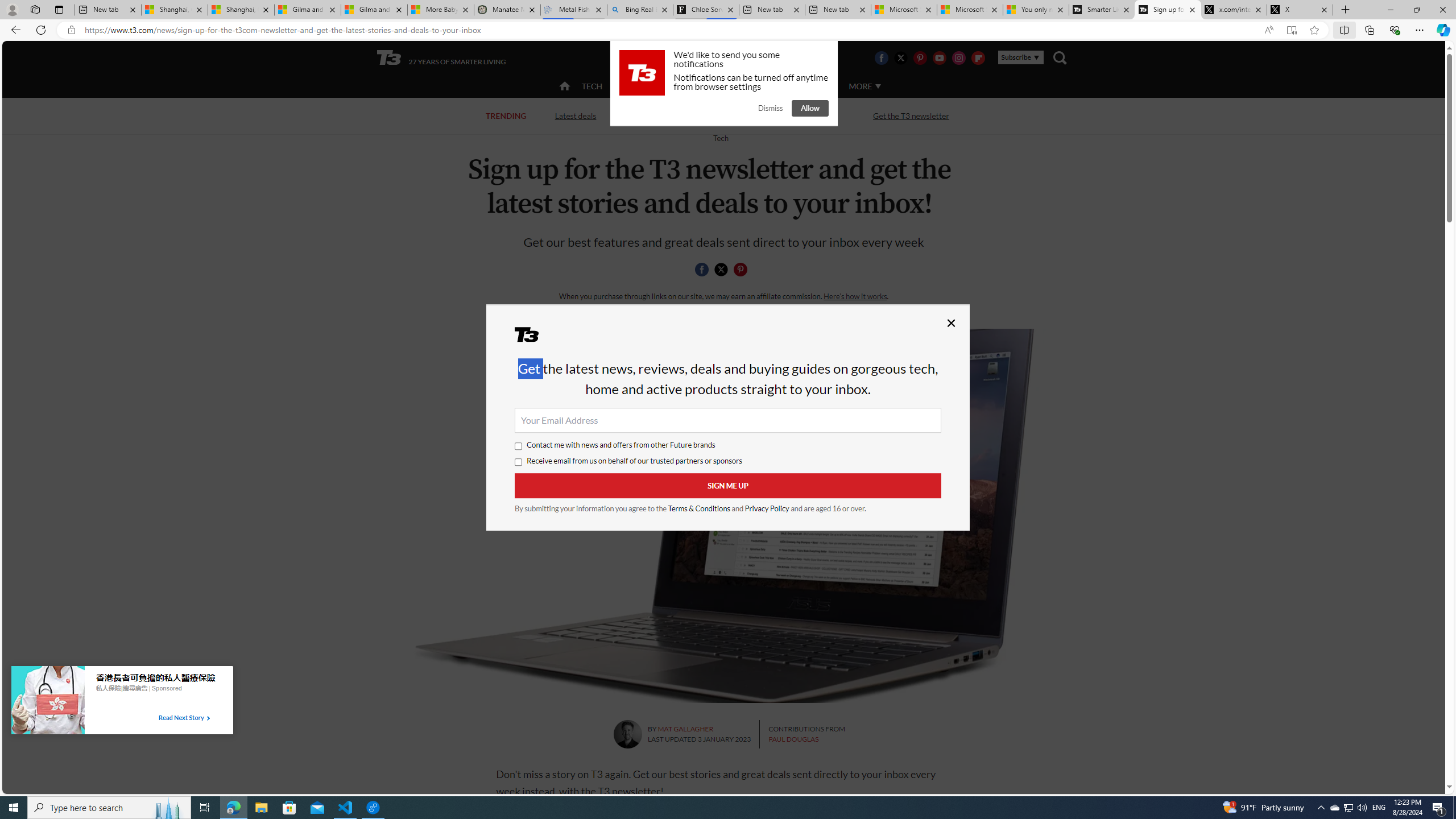 The image size is (1456, 819). Describe the element at coordinates (1291, 30) in the screenshot. I see `'Enter Immersive Reader (F9)'` at that location.